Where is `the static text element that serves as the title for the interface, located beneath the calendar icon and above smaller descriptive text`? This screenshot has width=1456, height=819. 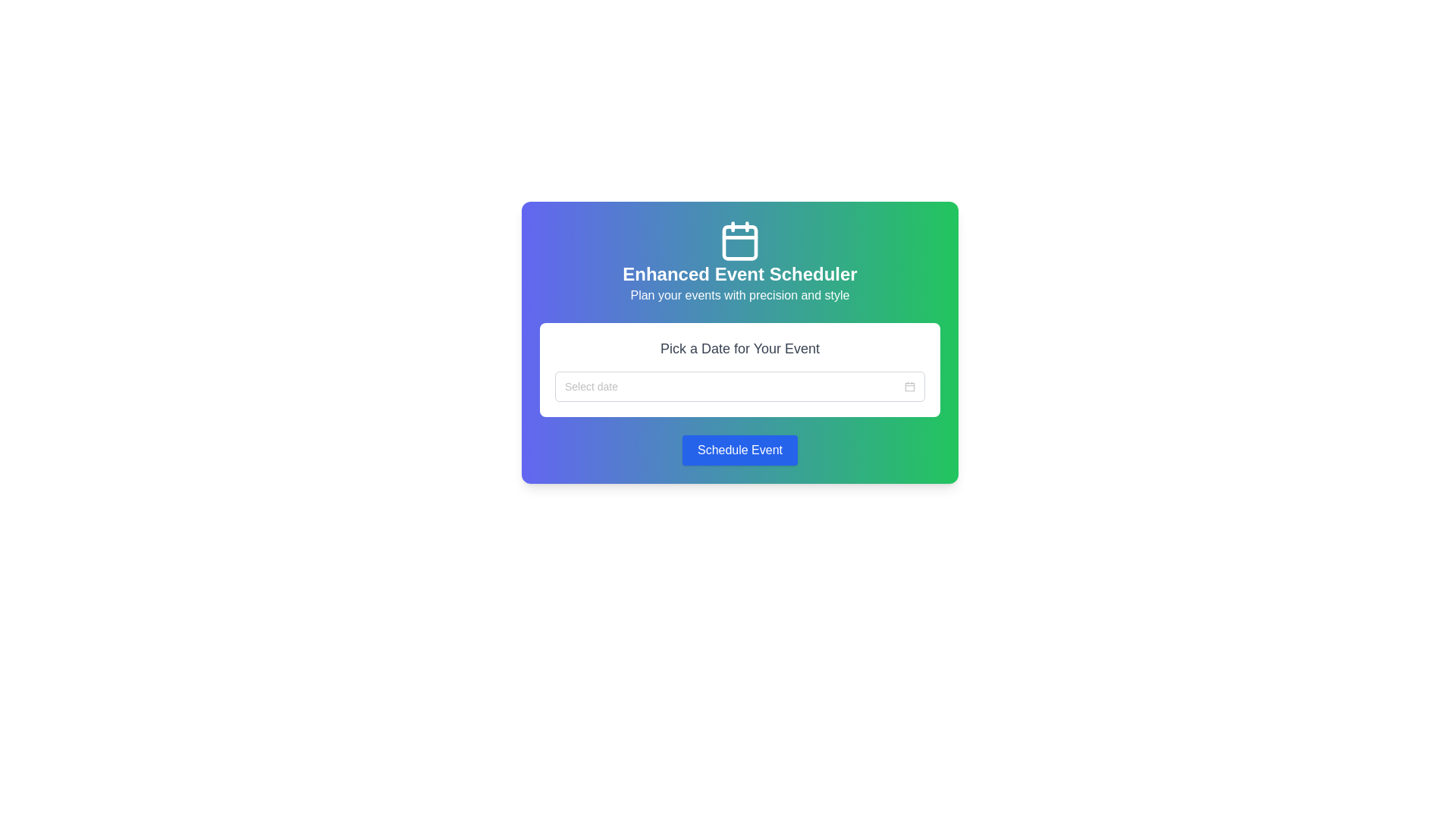 the static text element that serves as the title for the interface, located beneath the calendar icon and above smaller descriptive text is located at coordinates (739, 275).